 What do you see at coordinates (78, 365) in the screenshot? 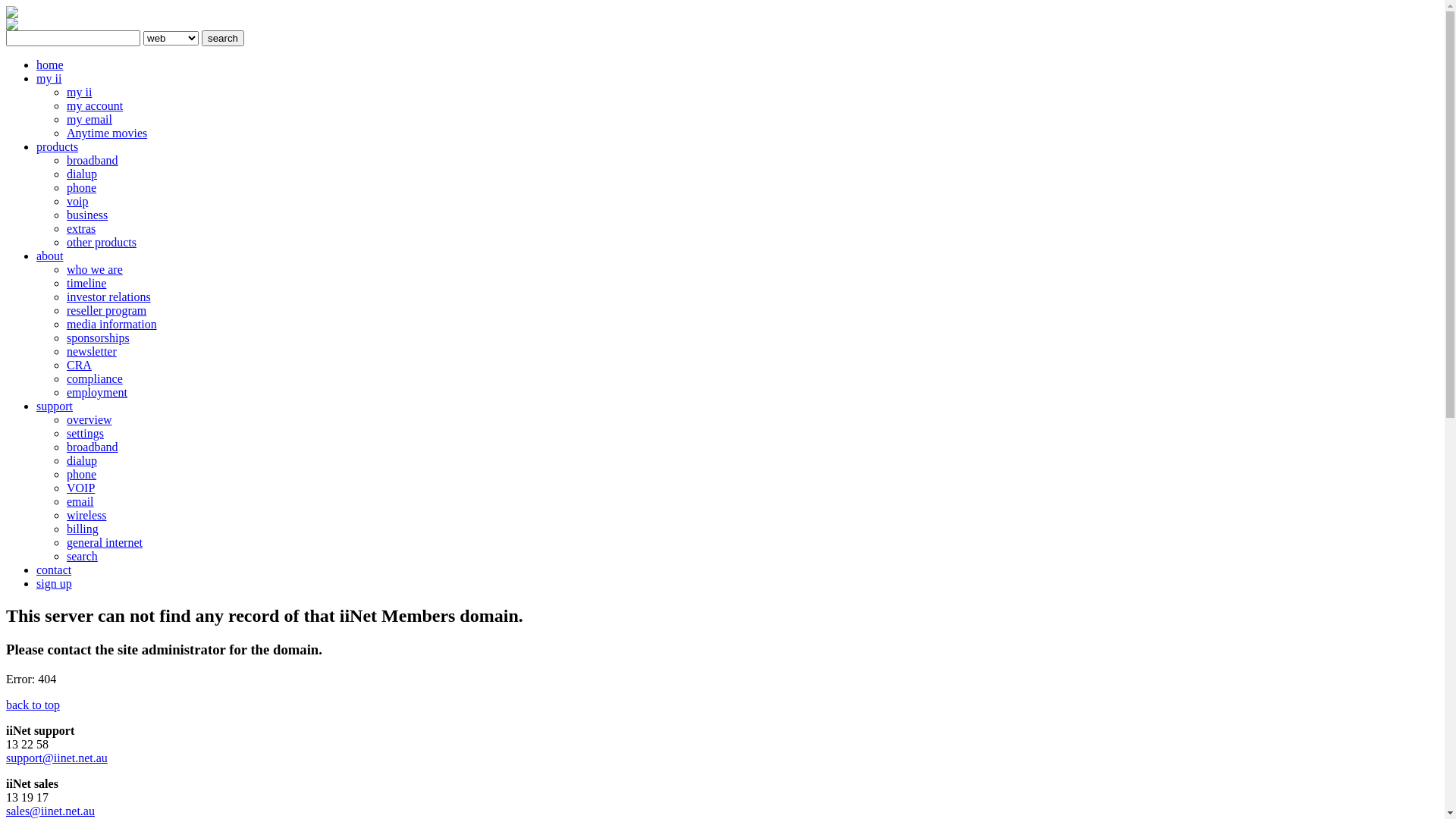
I see `'CRA'` at bounding box center [78, 365].